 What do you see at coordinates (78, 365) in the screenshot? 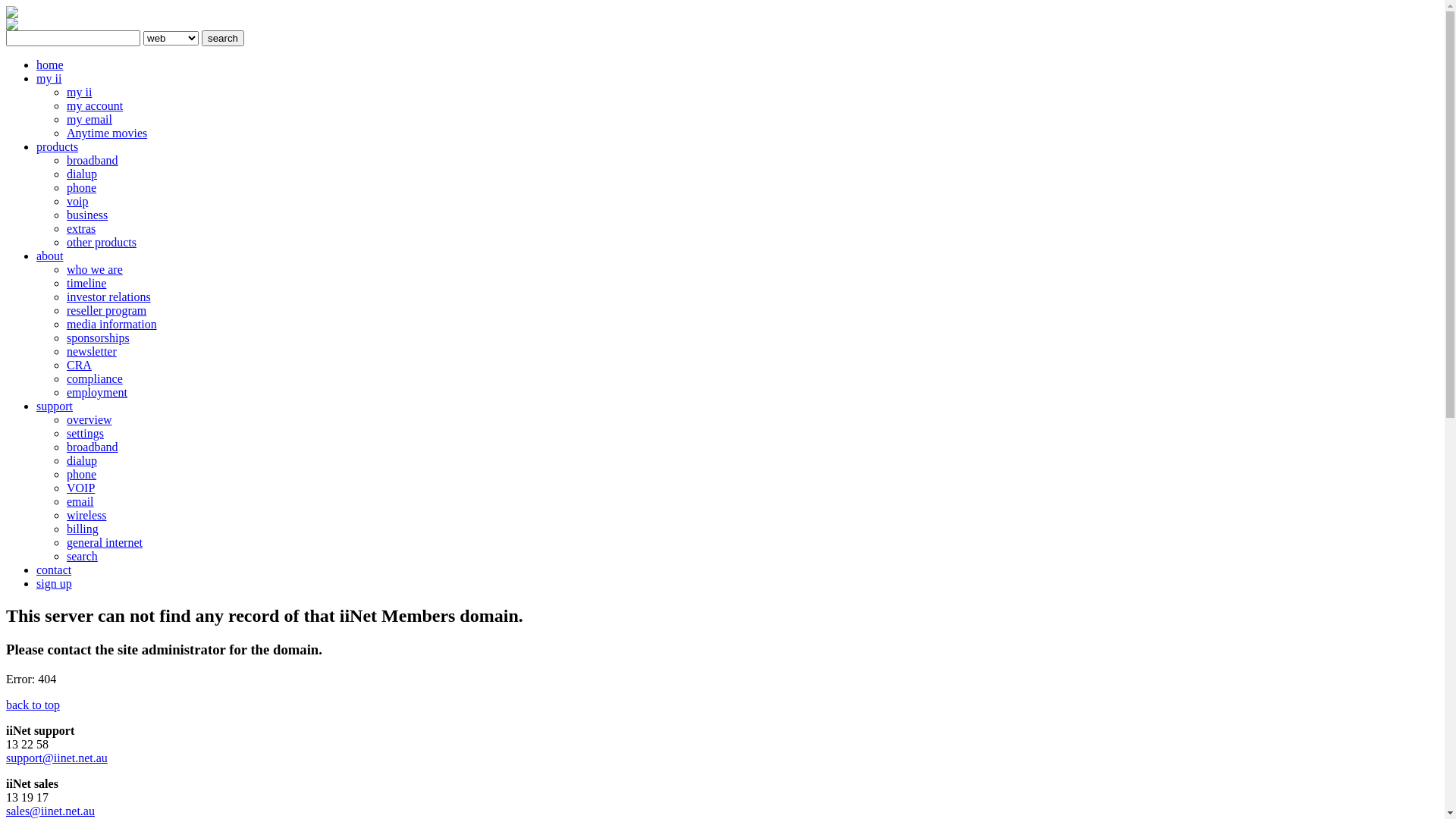
I see `'CRA'` at bounding box center [78, 365].